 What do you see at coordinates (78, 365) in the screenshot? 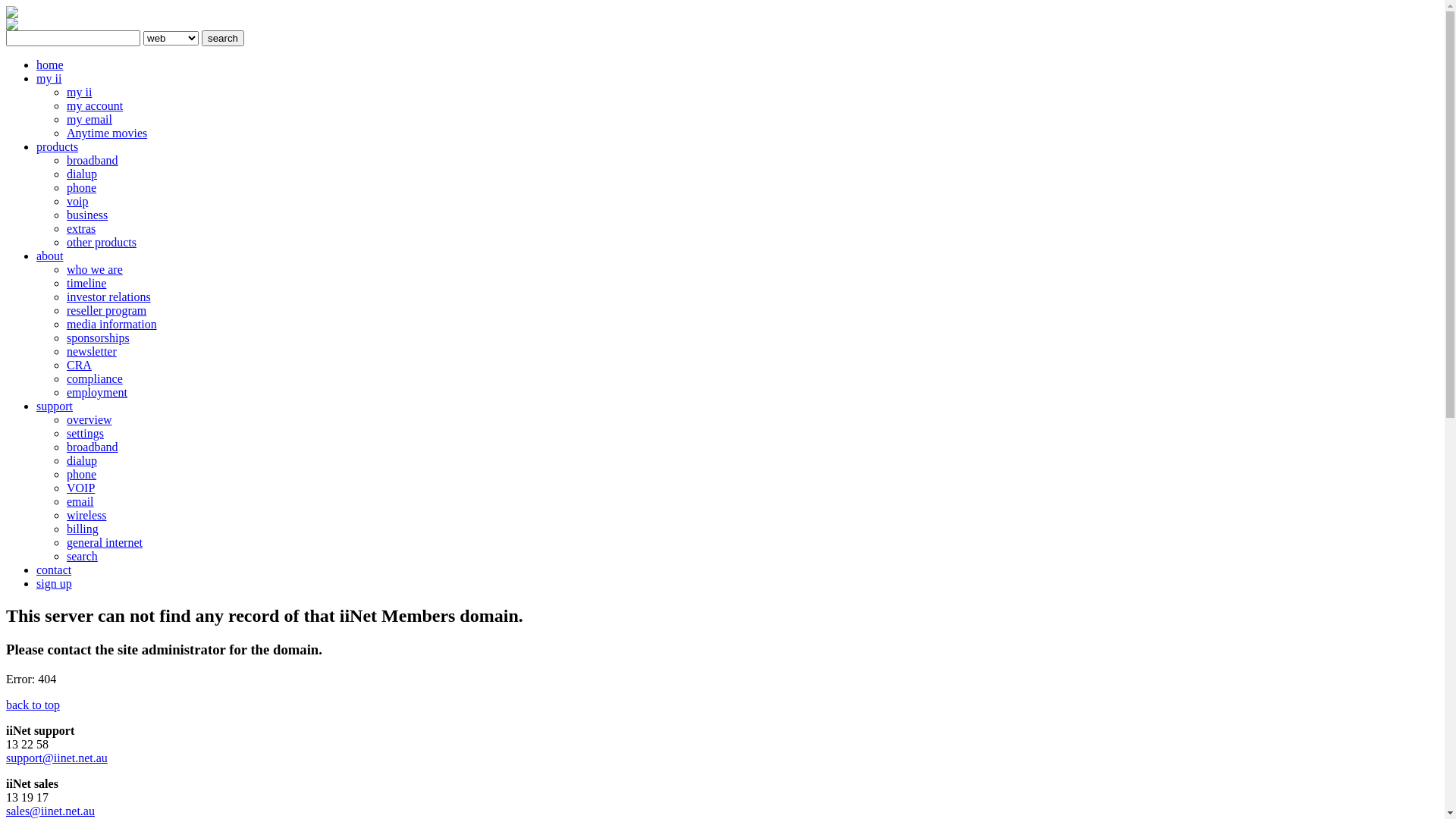
I see `'CRA'` at bounding box center [78, 365].